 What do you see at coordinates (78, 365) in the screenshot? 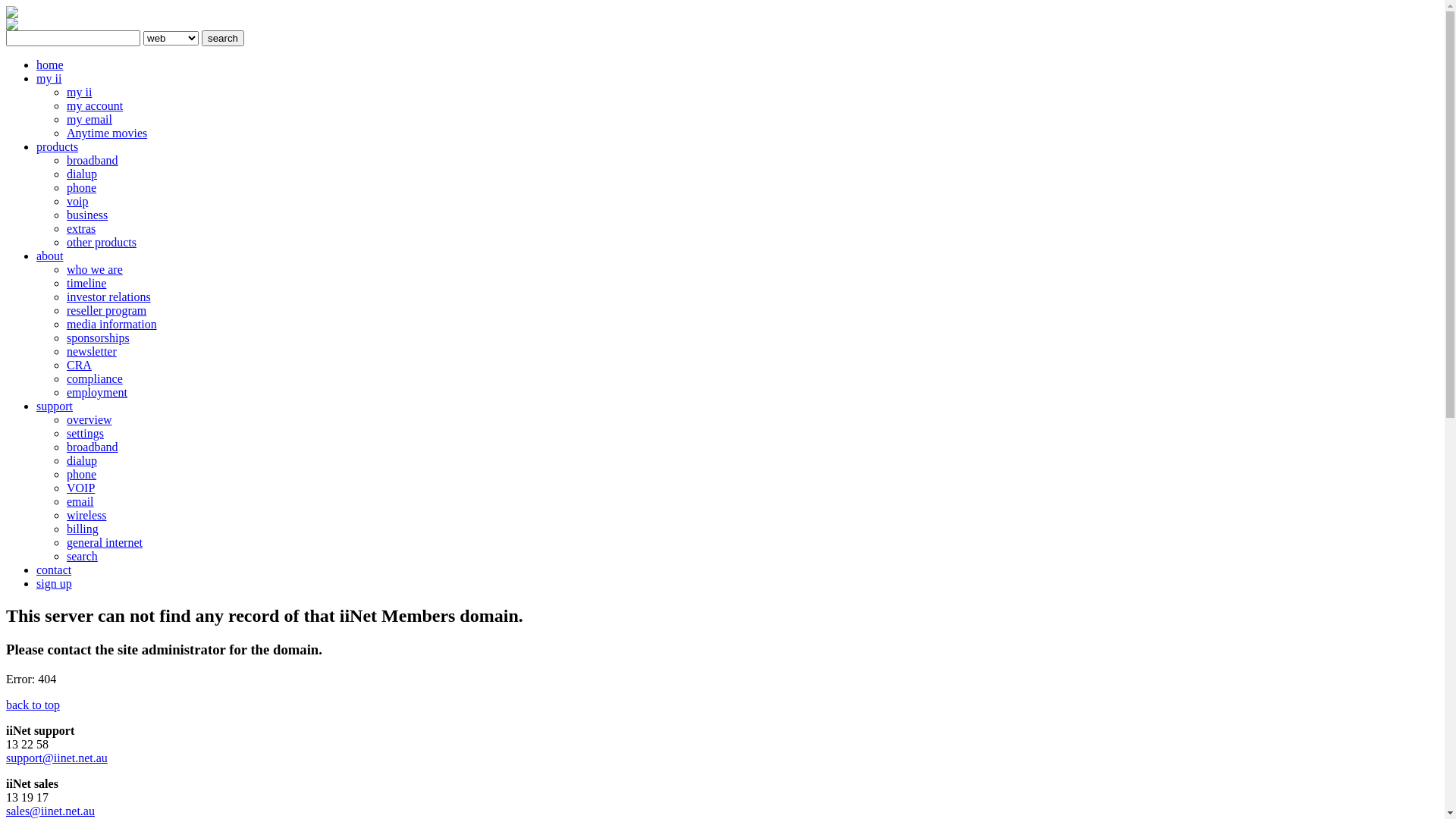
I see `'CRA'` at bounding box center [78, 365].